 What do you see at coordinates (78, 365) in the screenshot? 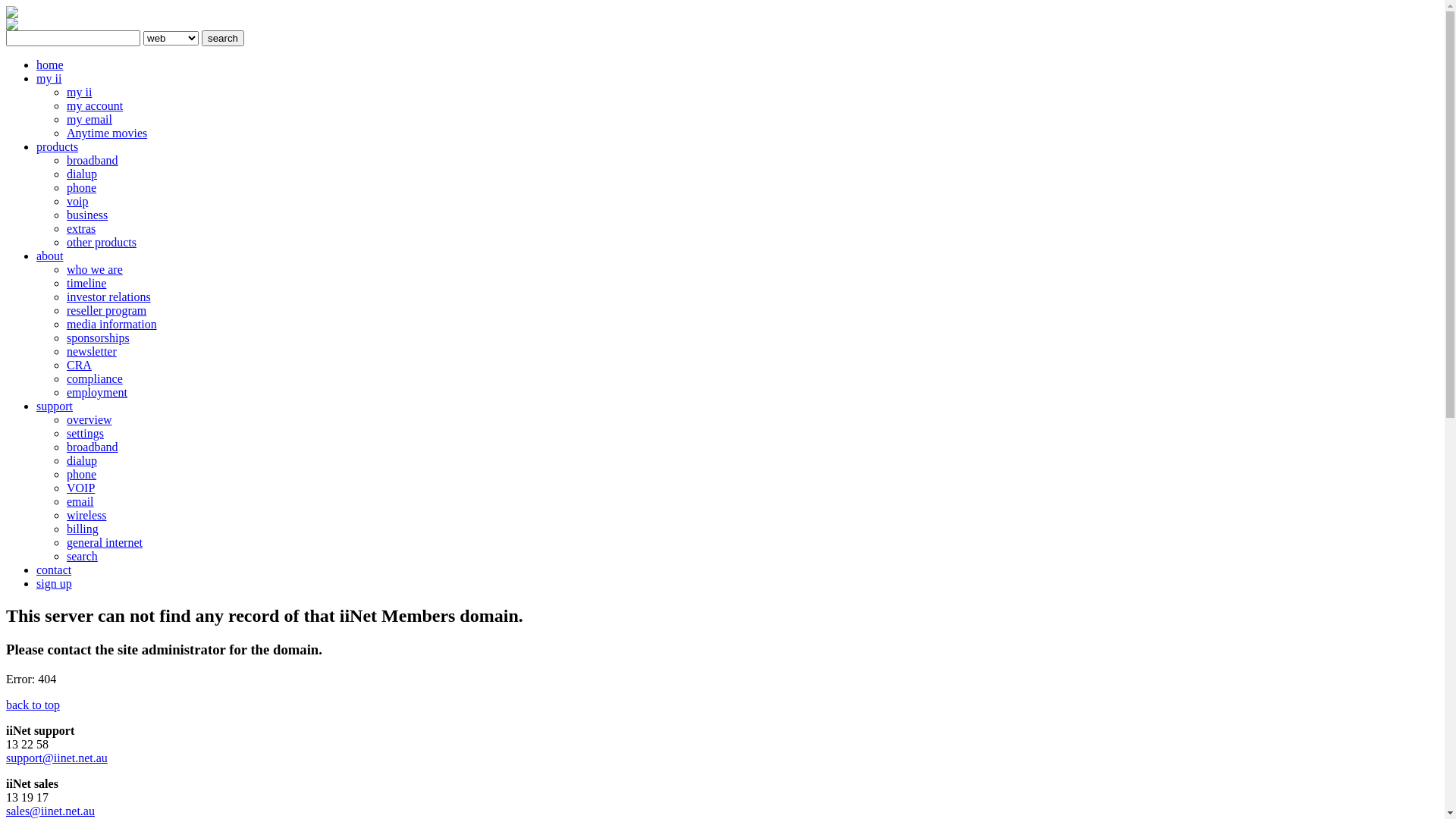
I see `'CRA'` at bounding box center [78, 365].